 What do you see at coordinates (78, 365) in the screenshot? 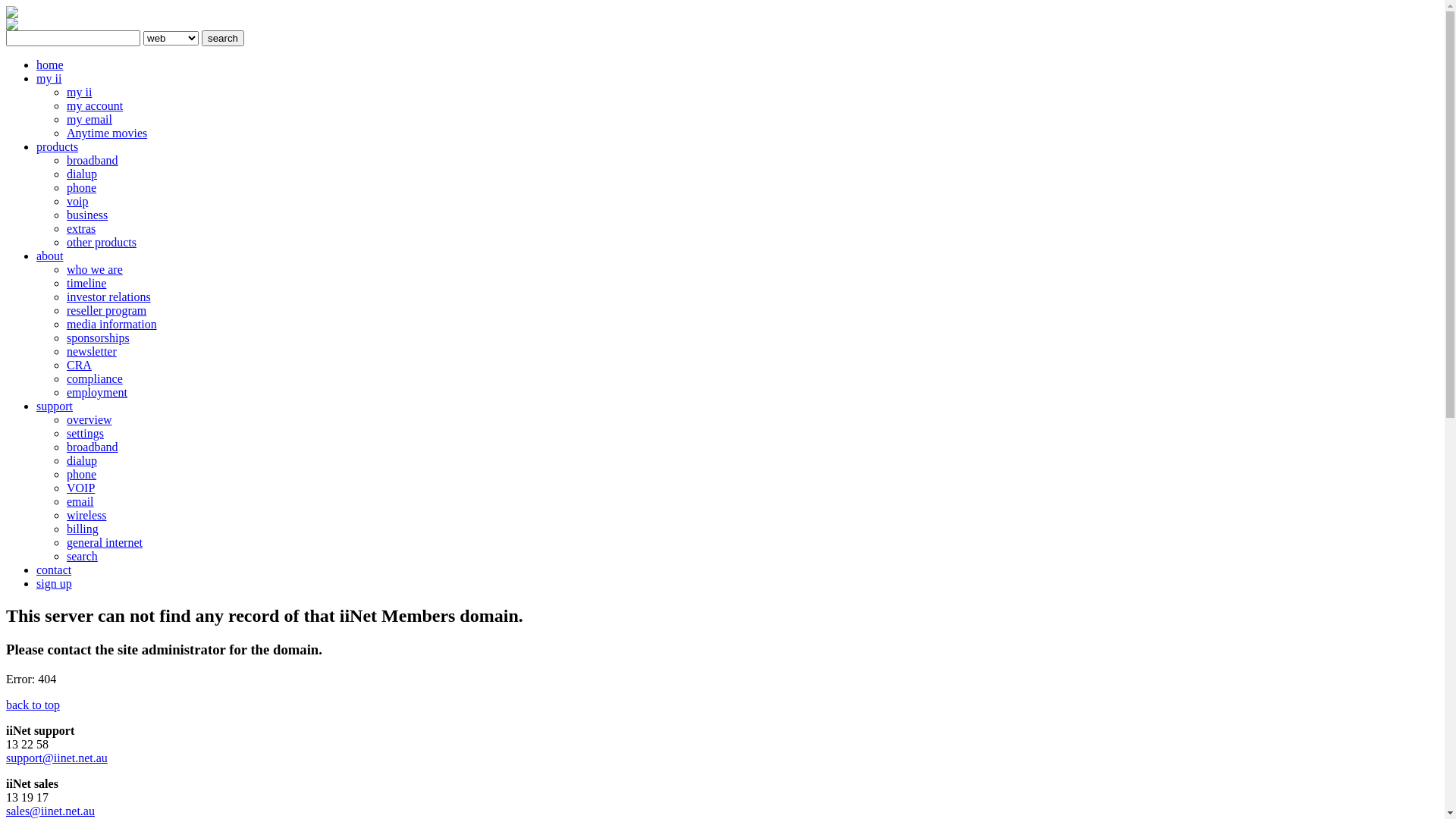
I see `'CRA'` at bounding box center [78, 365].